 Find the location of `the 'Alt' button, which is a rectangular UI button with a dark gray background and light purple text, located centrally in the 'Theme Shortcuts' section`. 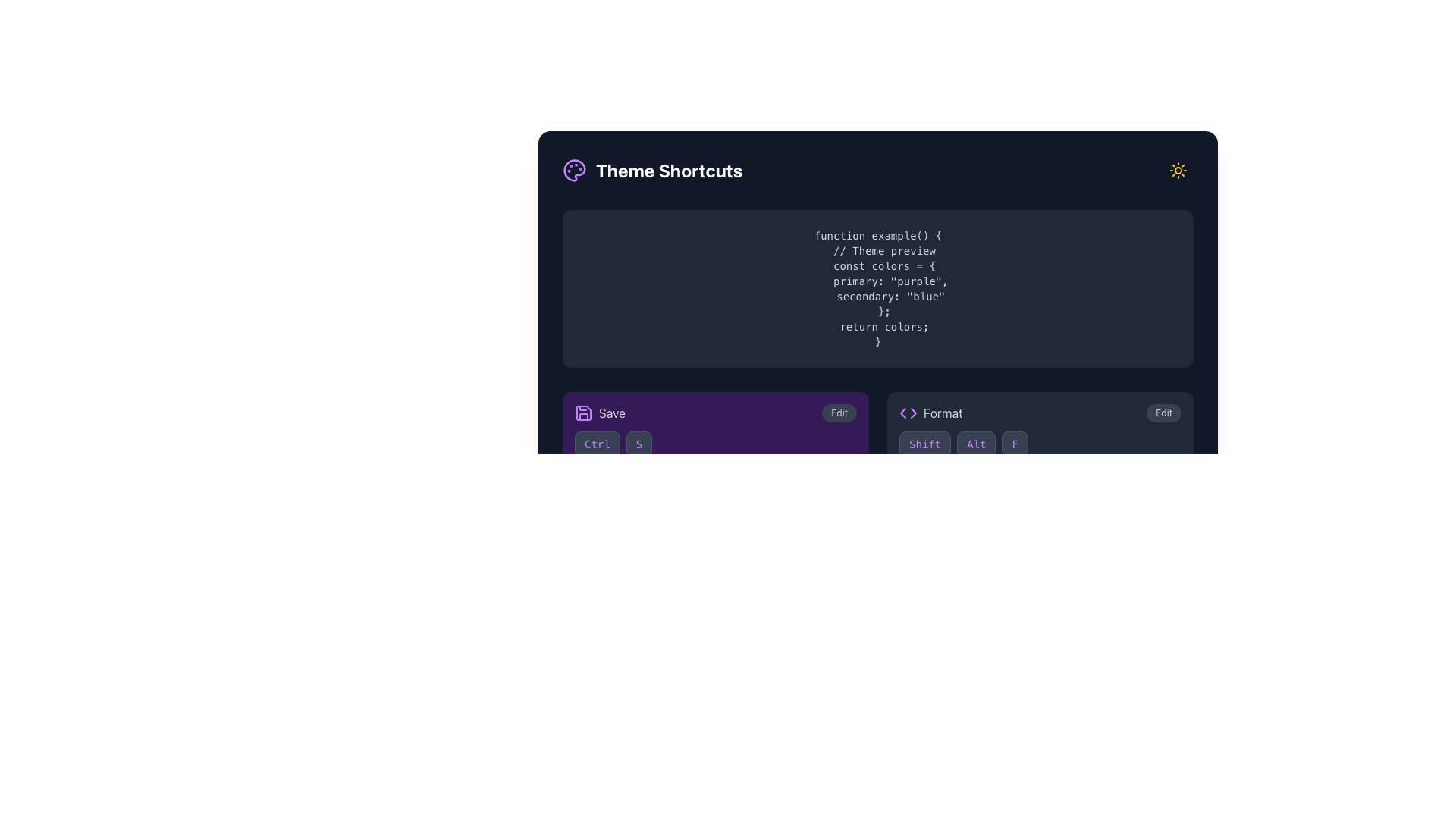

the 'Alt' button, which is a rectangular UI button with a dark gray background and light purple text, located centrally in the 'Theme Shortcuts' section is located at coordinates (976, 444).